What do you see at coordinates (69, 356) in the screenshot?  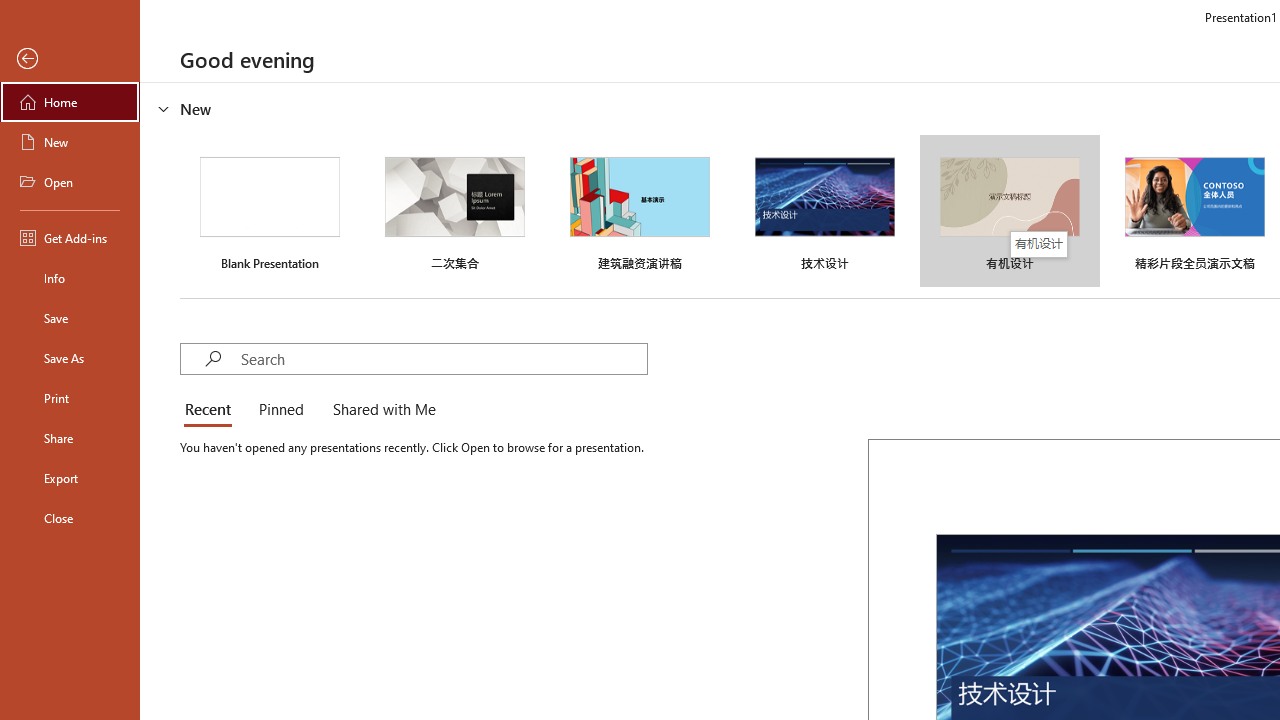 I see `'Save As'` at bounding box center [69, 356].